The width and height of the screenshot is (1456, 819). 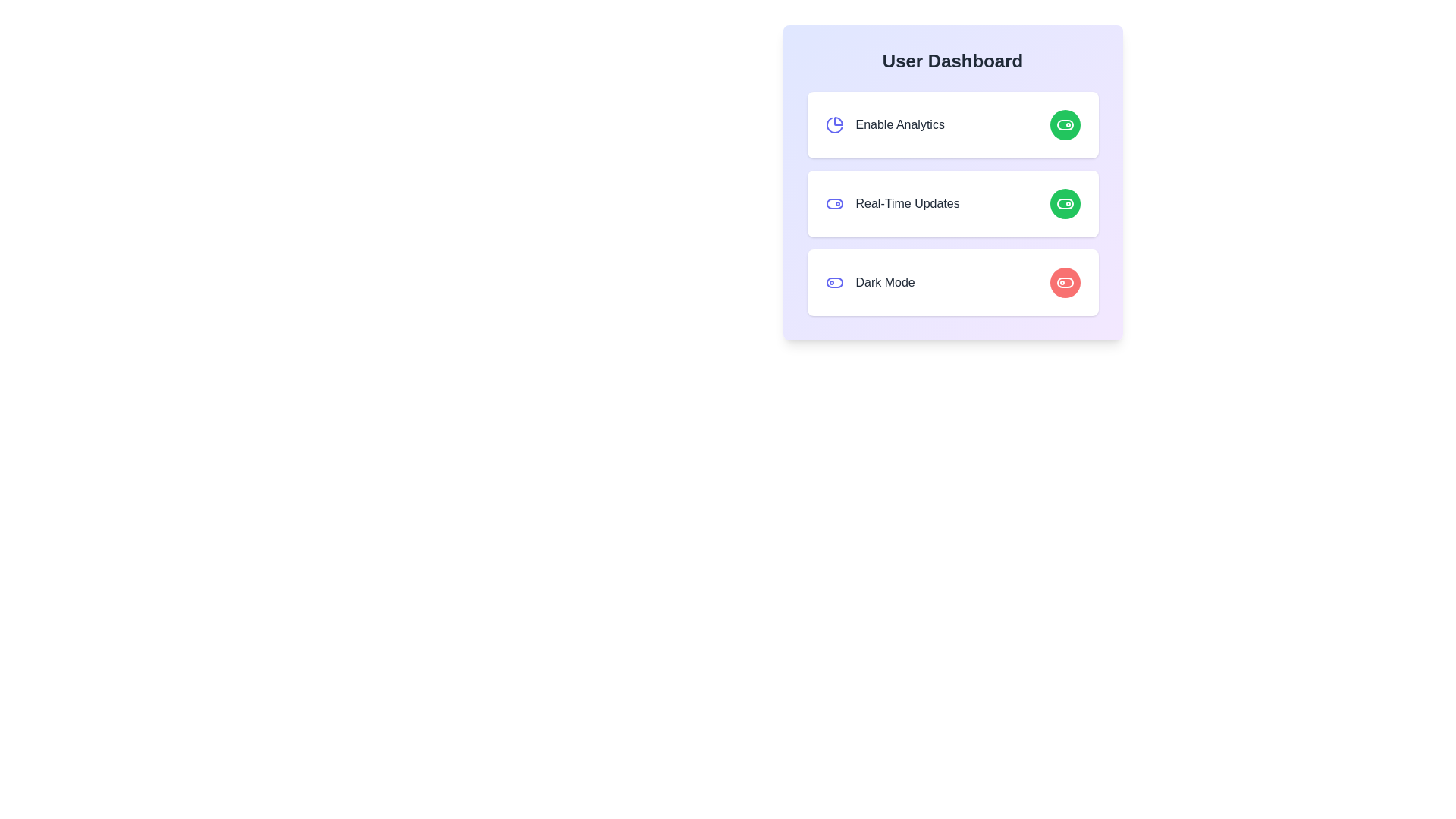 What do you see at coordinates (1064, 203) in the screenshot?
I see `the circular green toggle button with a toggle-switch icon located at the right side of the 'Real-Time Updates' option in the User Dashboard card` at bounding box center [1064, 203].